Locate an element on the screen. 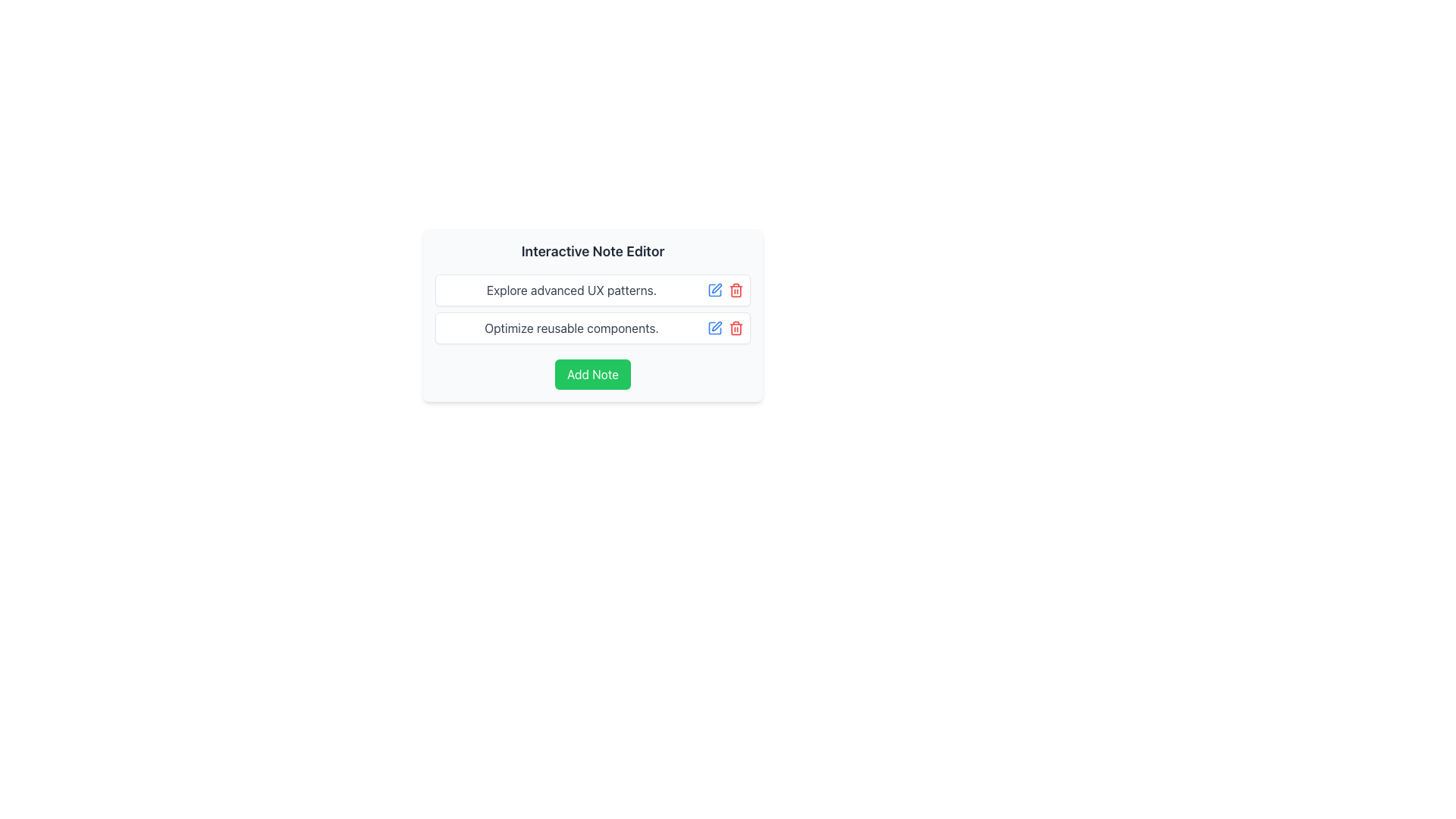 The height and width of the screenshot is (819, 1456). the text block containing the content 'Explore advanced UX patterns.' which is styled in gray and located at the top of the first card in the vertical list of cards is located at coordinates (570, 290).